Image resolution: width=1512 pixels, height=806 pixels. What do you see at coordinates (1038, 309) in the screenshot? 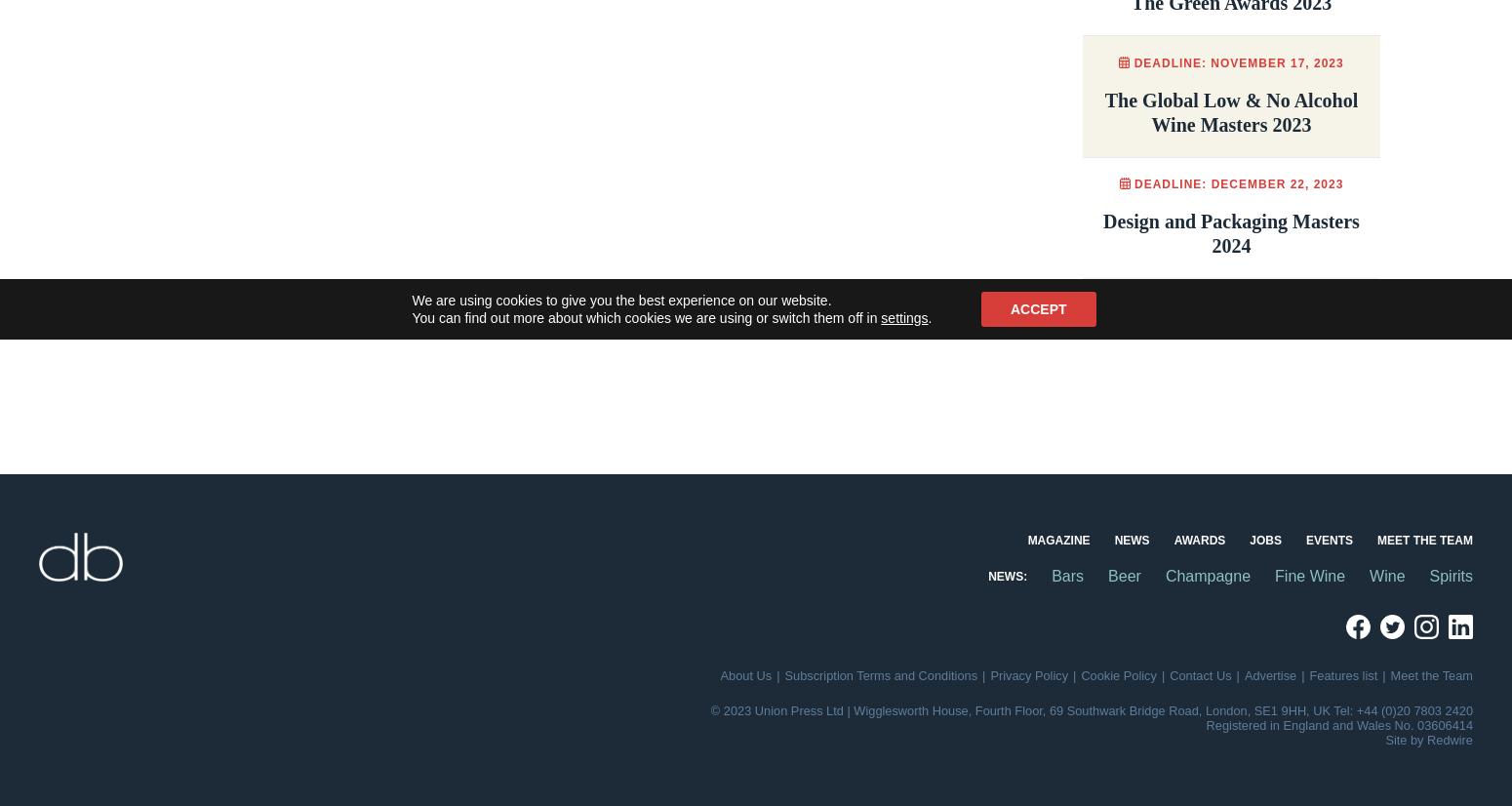
I see `'Accept'` at bounding box center [1038, 309].